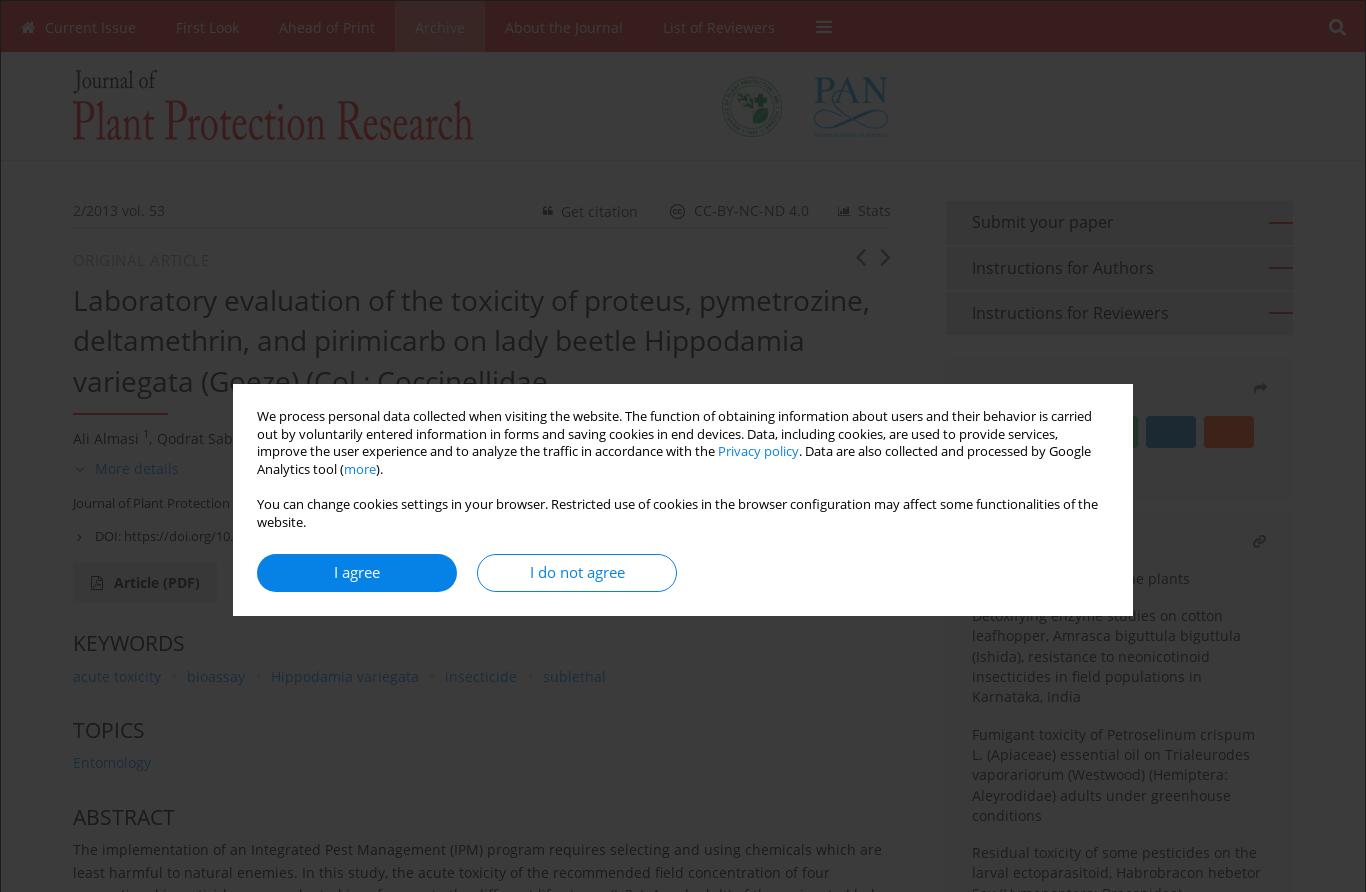  Describe the element at coordinates (239, 536) in the screenshot. I see `'https://doi.org/10.2478/jppr-2013-0021'` at that location.